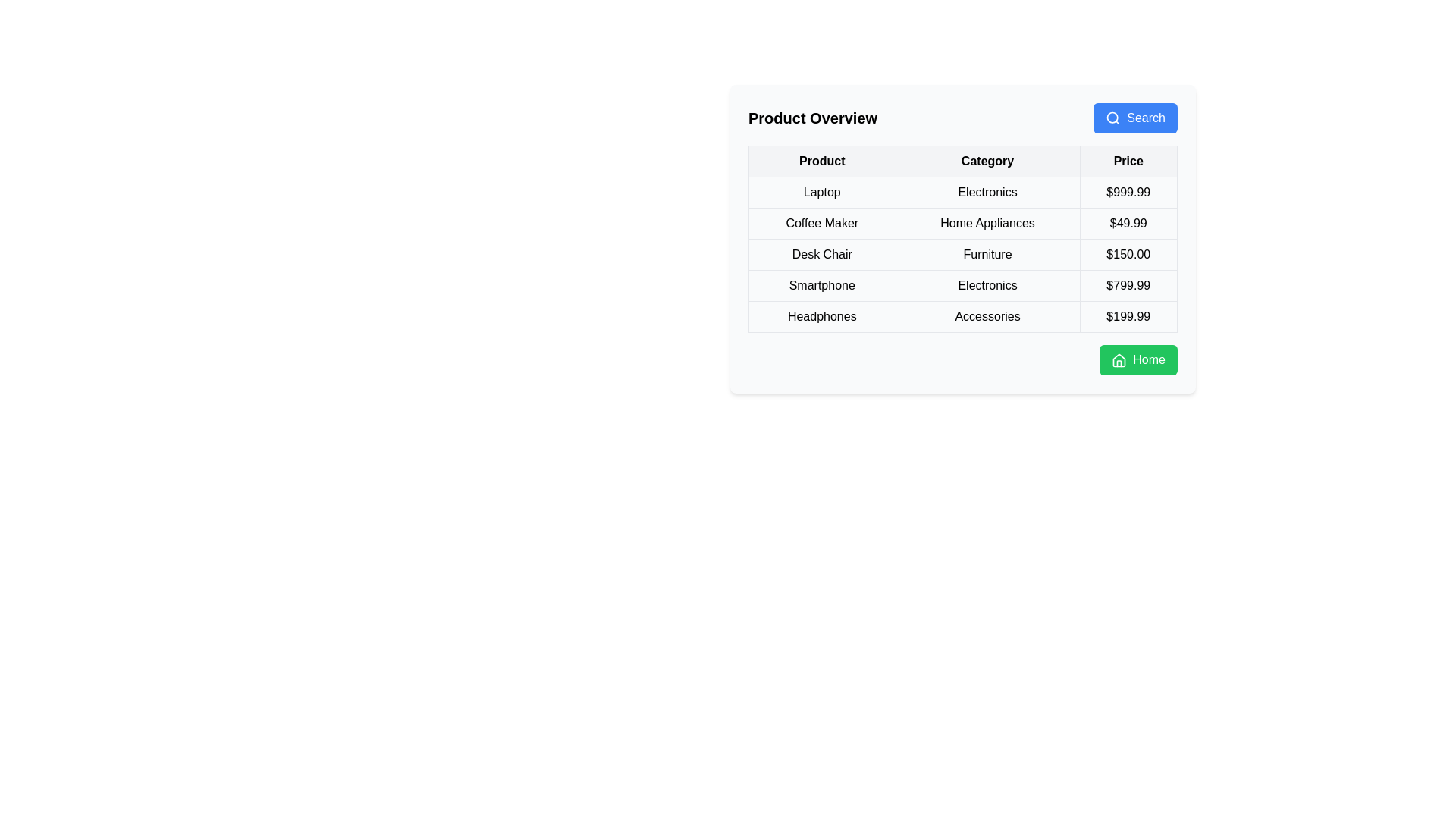 The width and height of the screenshot is (1456, 819). Describe the element at coordinates (1128, 161) in the screenshot. I see `the 'Price' header cell, which is the third header in a row of three headers in a table, indicating the column for product prices` at that location.